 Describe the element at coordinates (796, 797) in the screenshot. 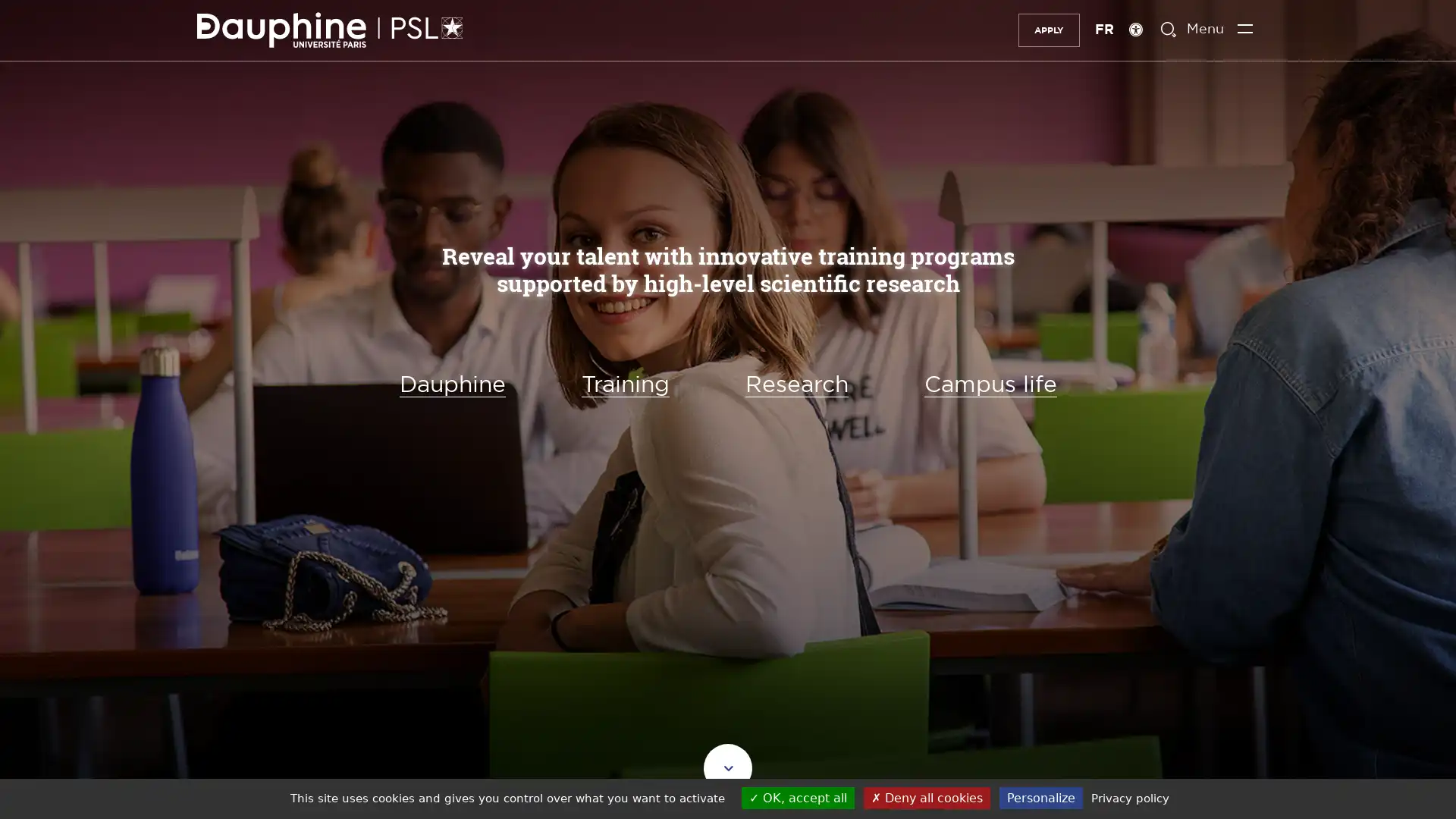

I see `OK, accept all (Refresh the page)` at that location.